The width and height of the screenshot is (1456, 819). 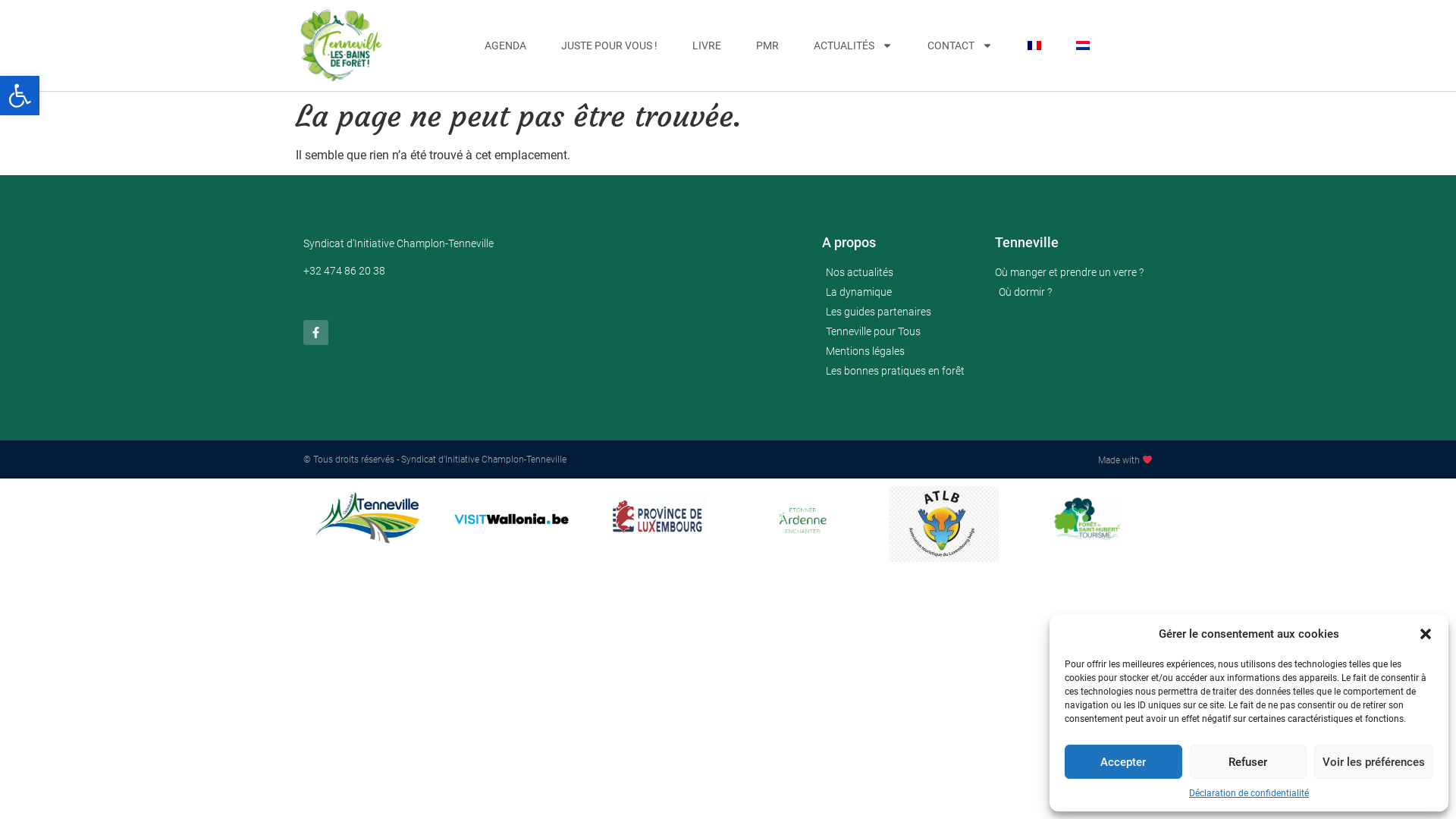 I want to click on 'JUSTE POUR VOUS !', so click(x=609, y=45).